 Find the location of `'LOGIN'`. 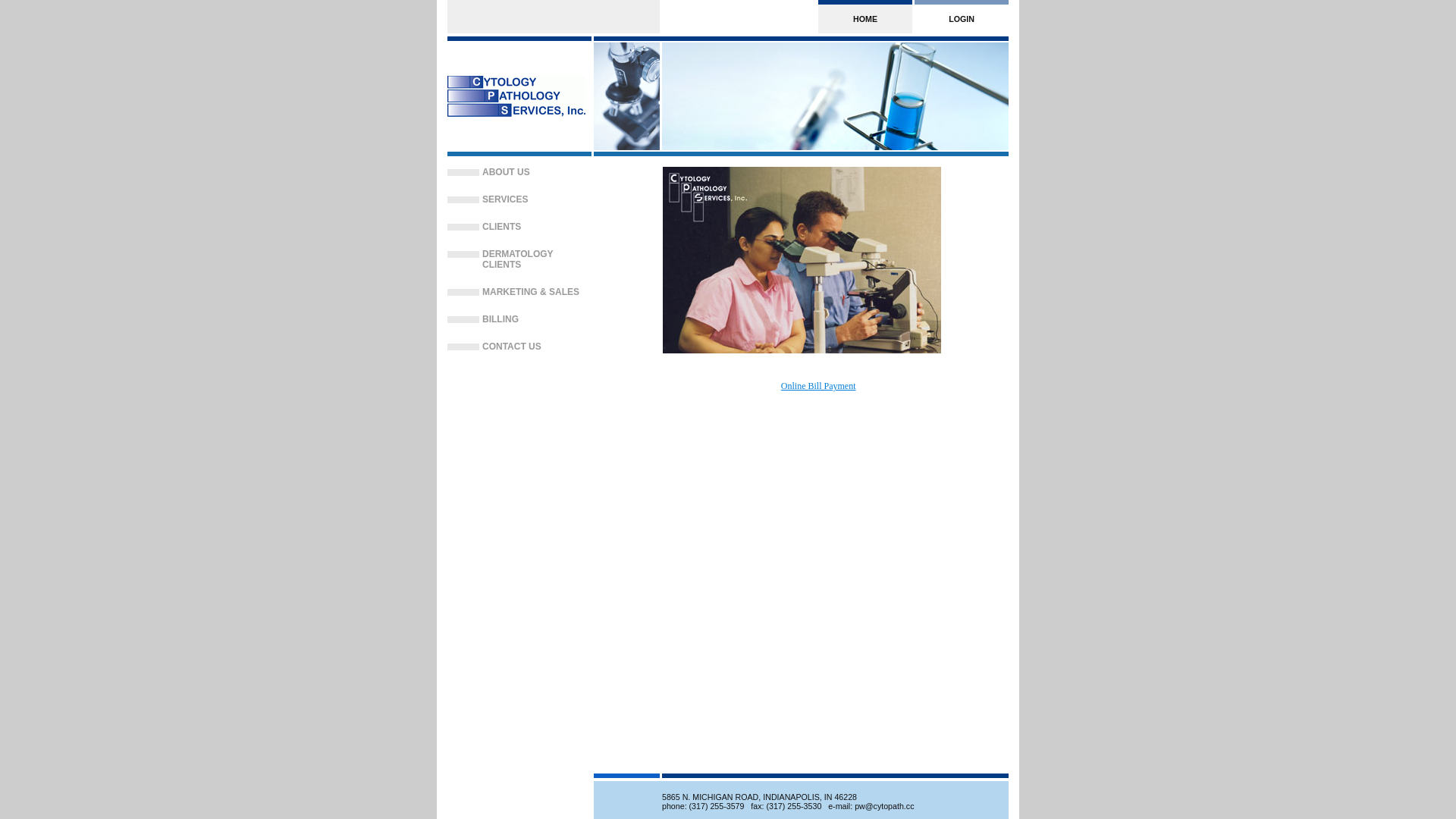

'LOGIN' is located at coordinates (960, 17).